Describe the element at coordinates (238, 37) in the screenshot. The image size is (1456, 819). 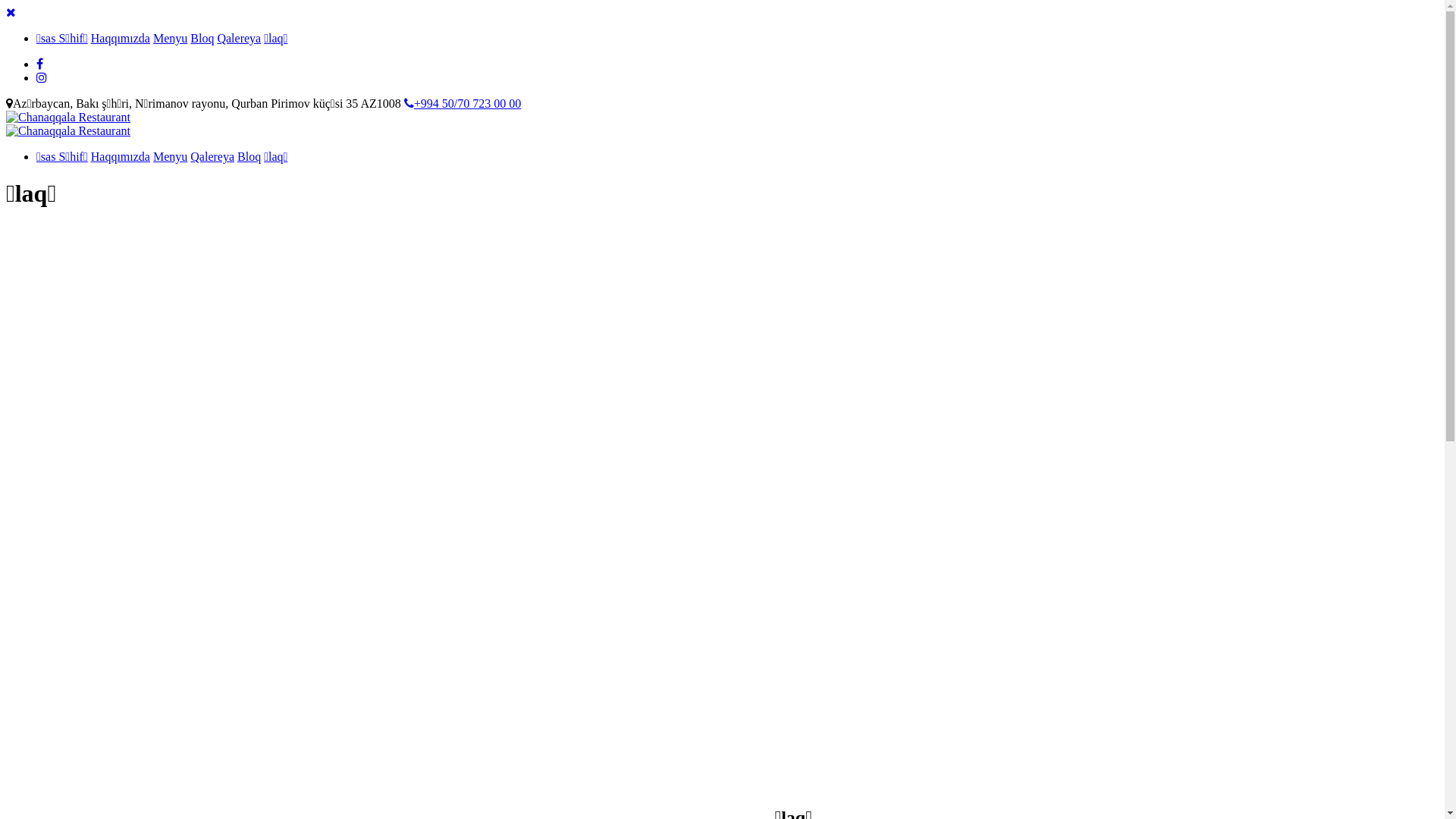
I see `'Qalereya'` at that location.